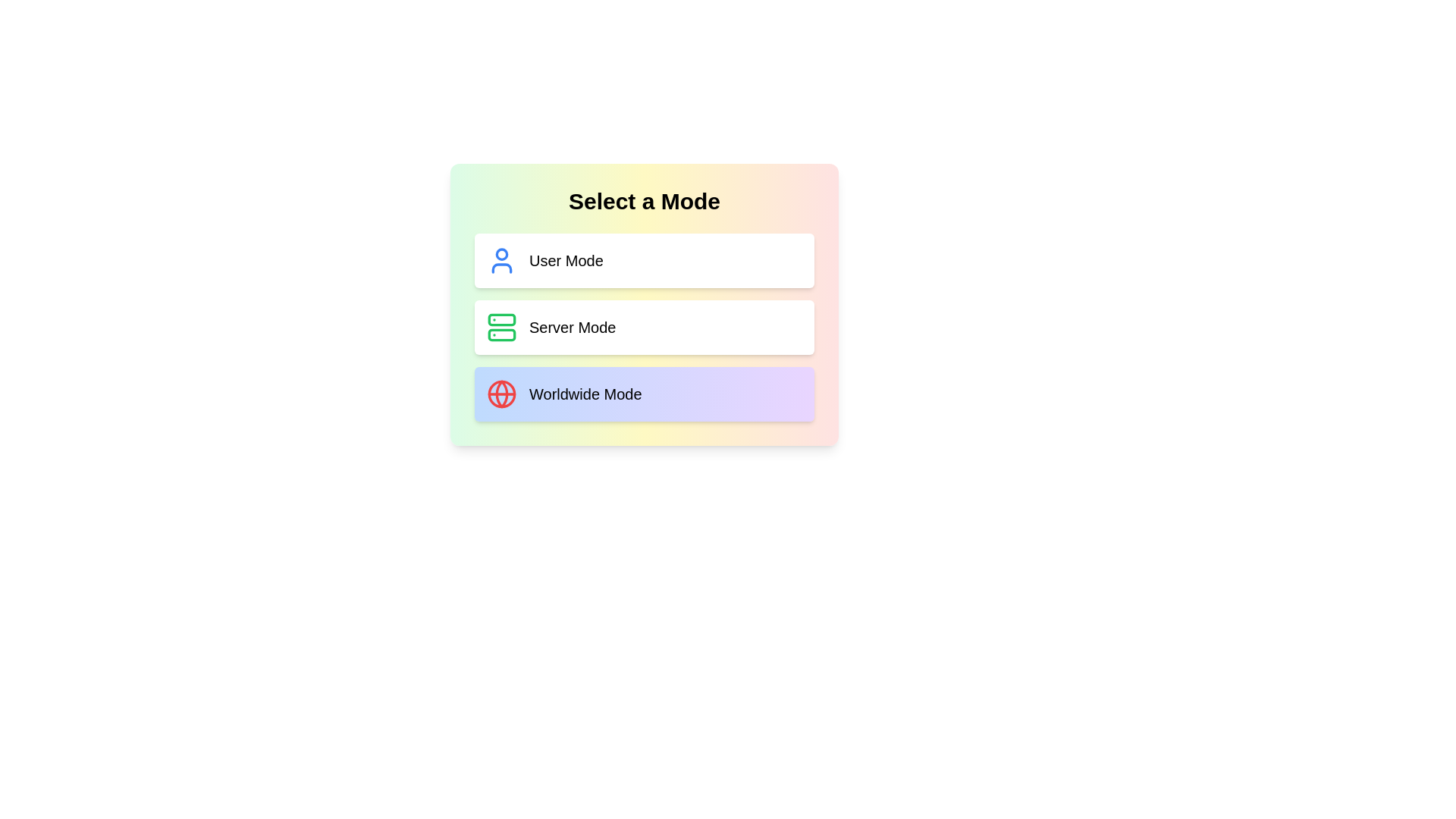  I want to click on the 'User Mode' selectable card in the mode selection interface, so click(644, 259).